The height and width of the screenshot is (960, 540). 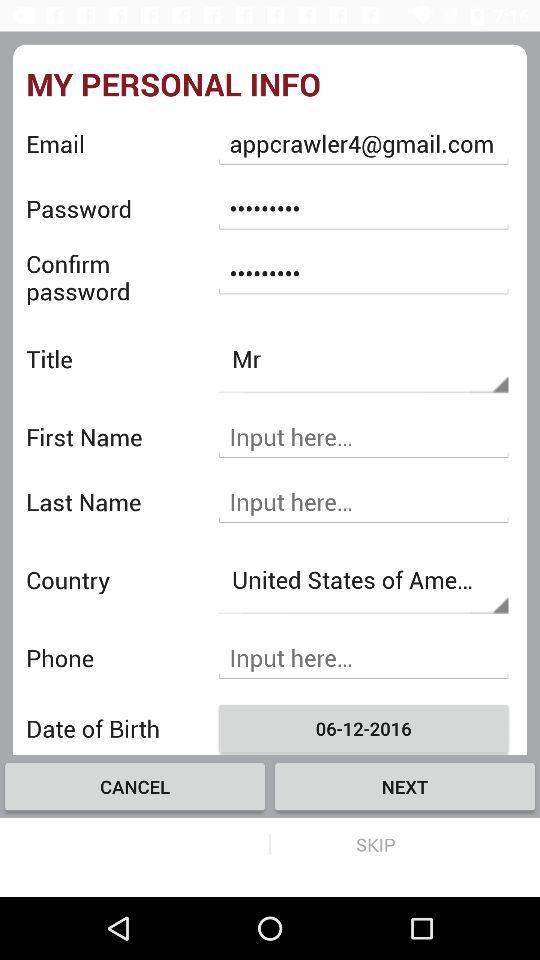 What do you see at coordinates (362, 501) in the screenshot?
I see `text` at bounding box center [362, 501].